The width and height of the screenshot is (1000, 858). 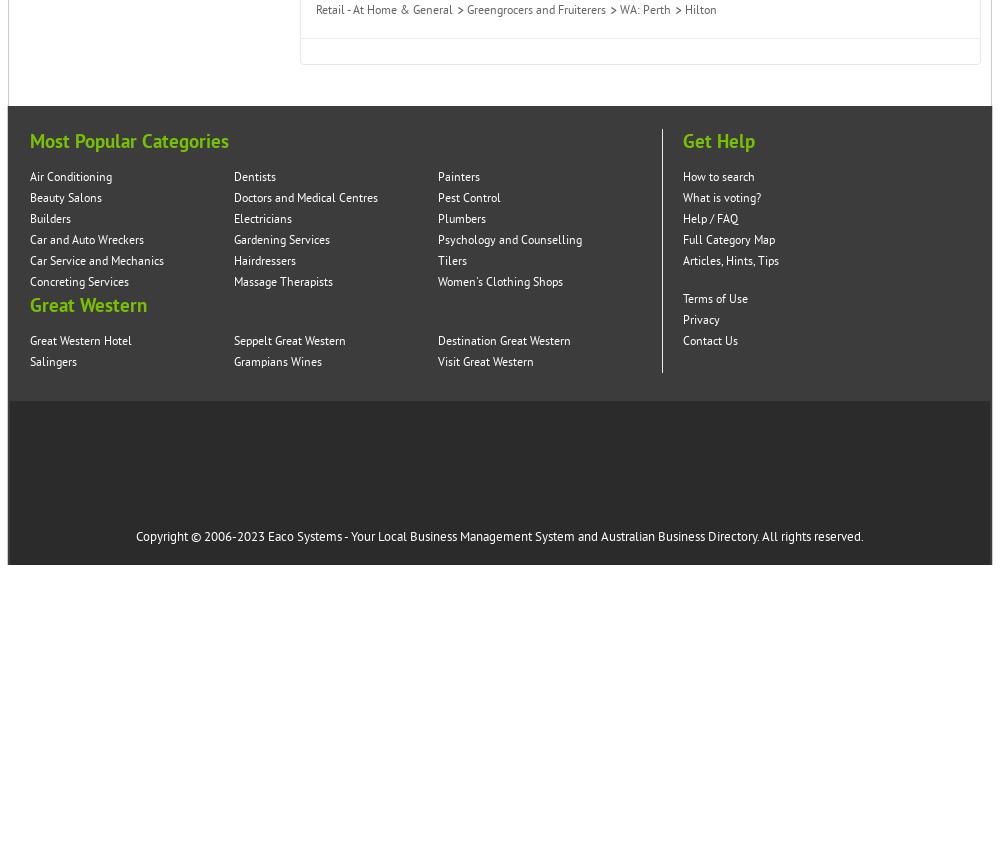 What do you see at coordinates (709, 340) in the screenshot?
I see `'Contact Us'` at bounding box center [709, 340].